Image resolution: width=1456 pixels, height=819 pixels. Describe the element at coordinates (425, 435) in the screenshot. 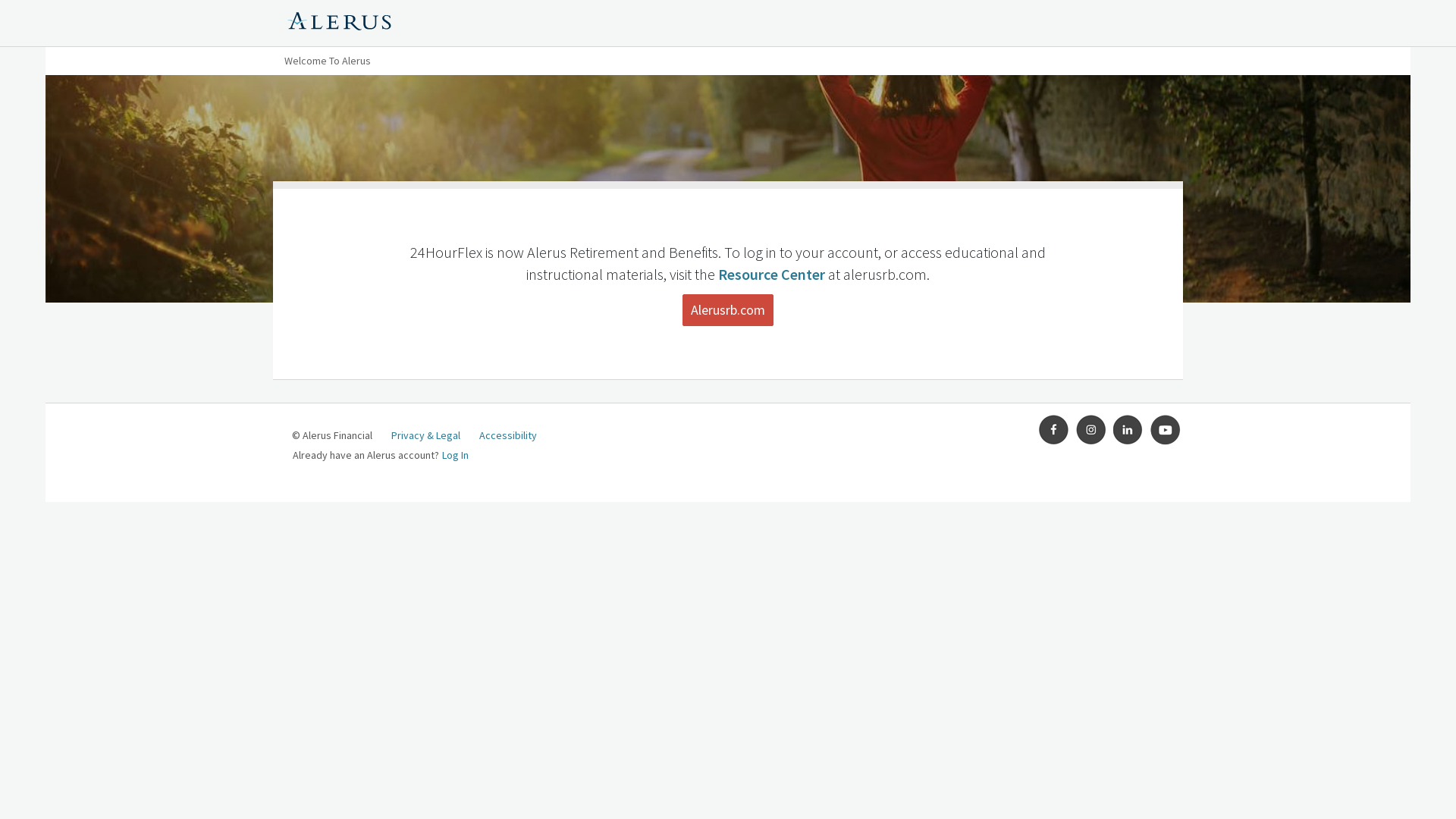

I see `'Privacy & Legal'` at that location.